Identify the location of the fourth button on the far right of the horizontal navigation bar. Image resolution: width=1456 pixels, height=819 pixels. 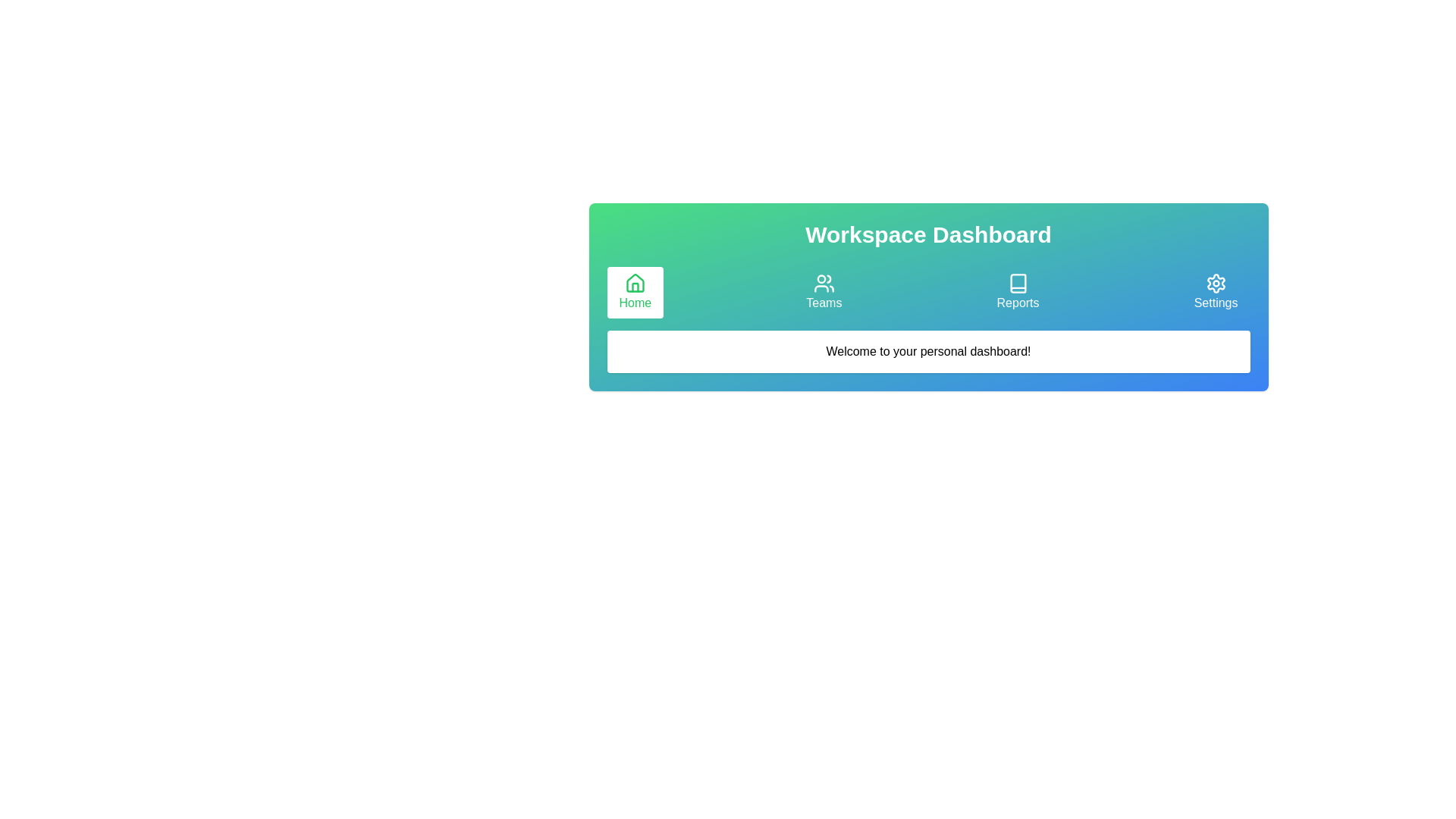
(1216, 292).